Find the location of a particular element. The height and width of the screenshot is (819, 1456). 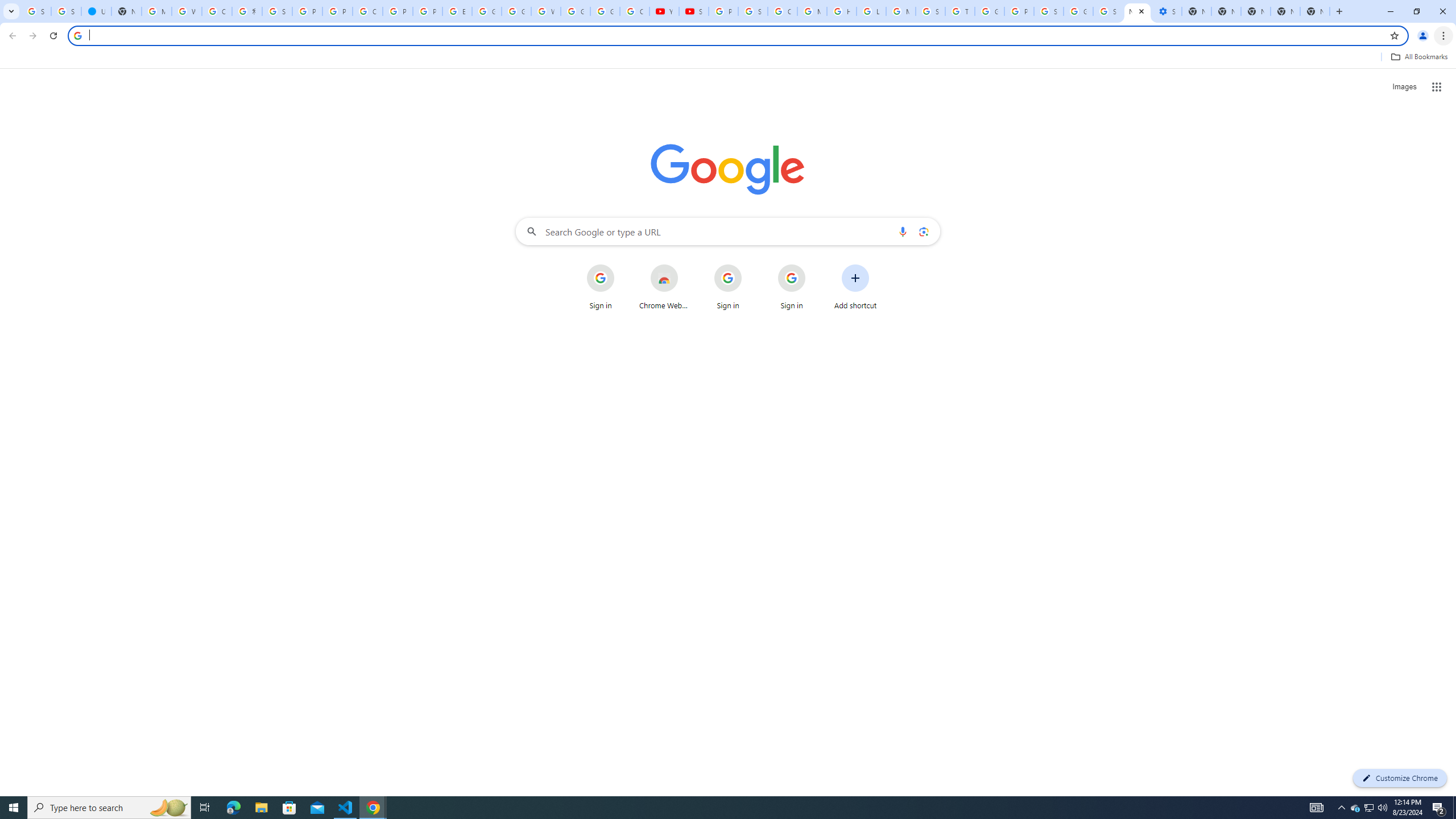

'Google Cybersecurity Innovations - Google Safety Center' is located at coordinates (1078, 11).